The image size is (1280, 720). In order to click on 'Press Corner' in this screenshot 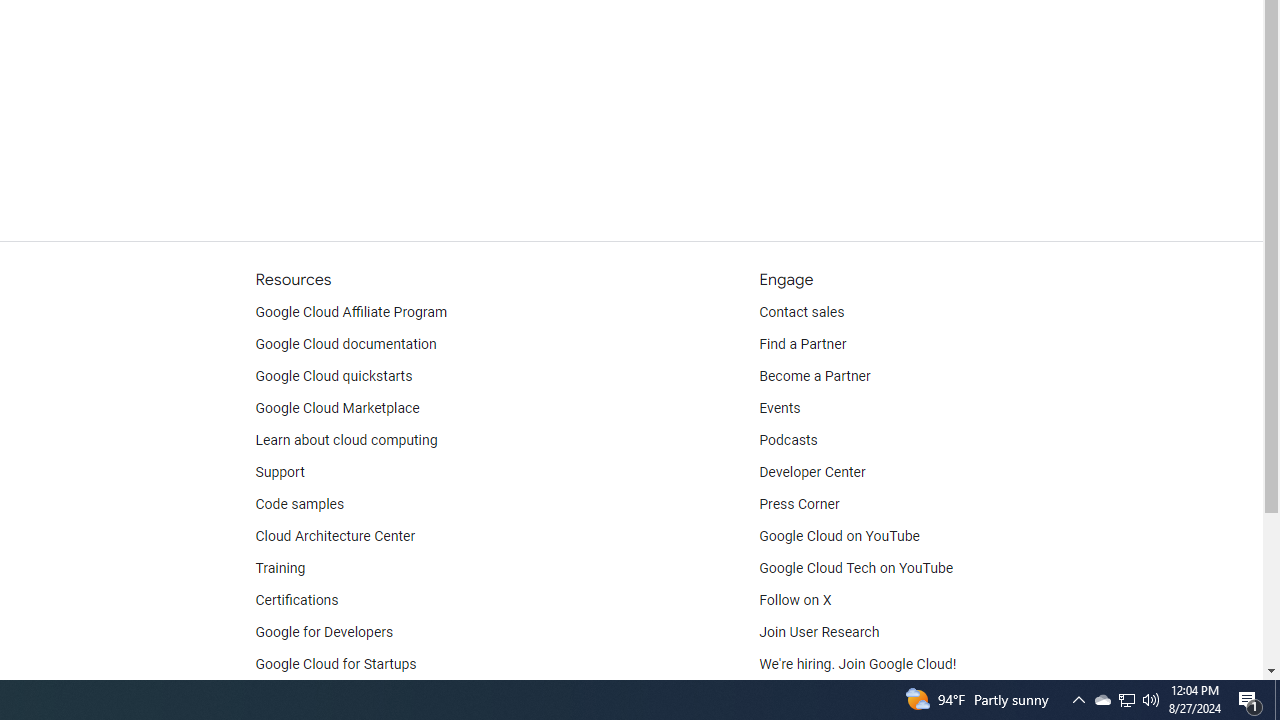, I will do `click(798, 504)`.